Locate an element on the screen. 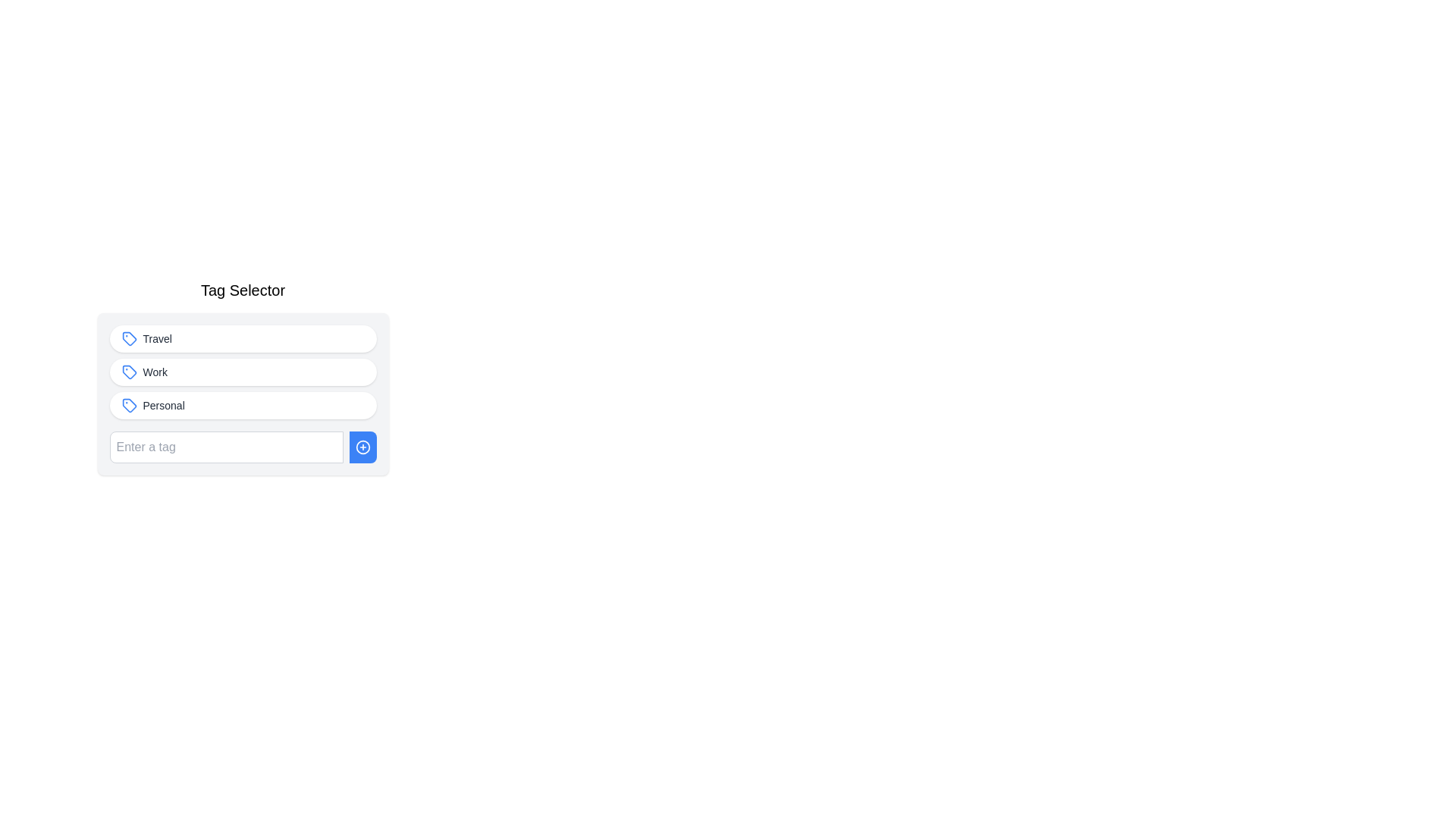 The image size is (1456, 819). the selectable tag labeled 'Work' is located at coordinates (243, 376).